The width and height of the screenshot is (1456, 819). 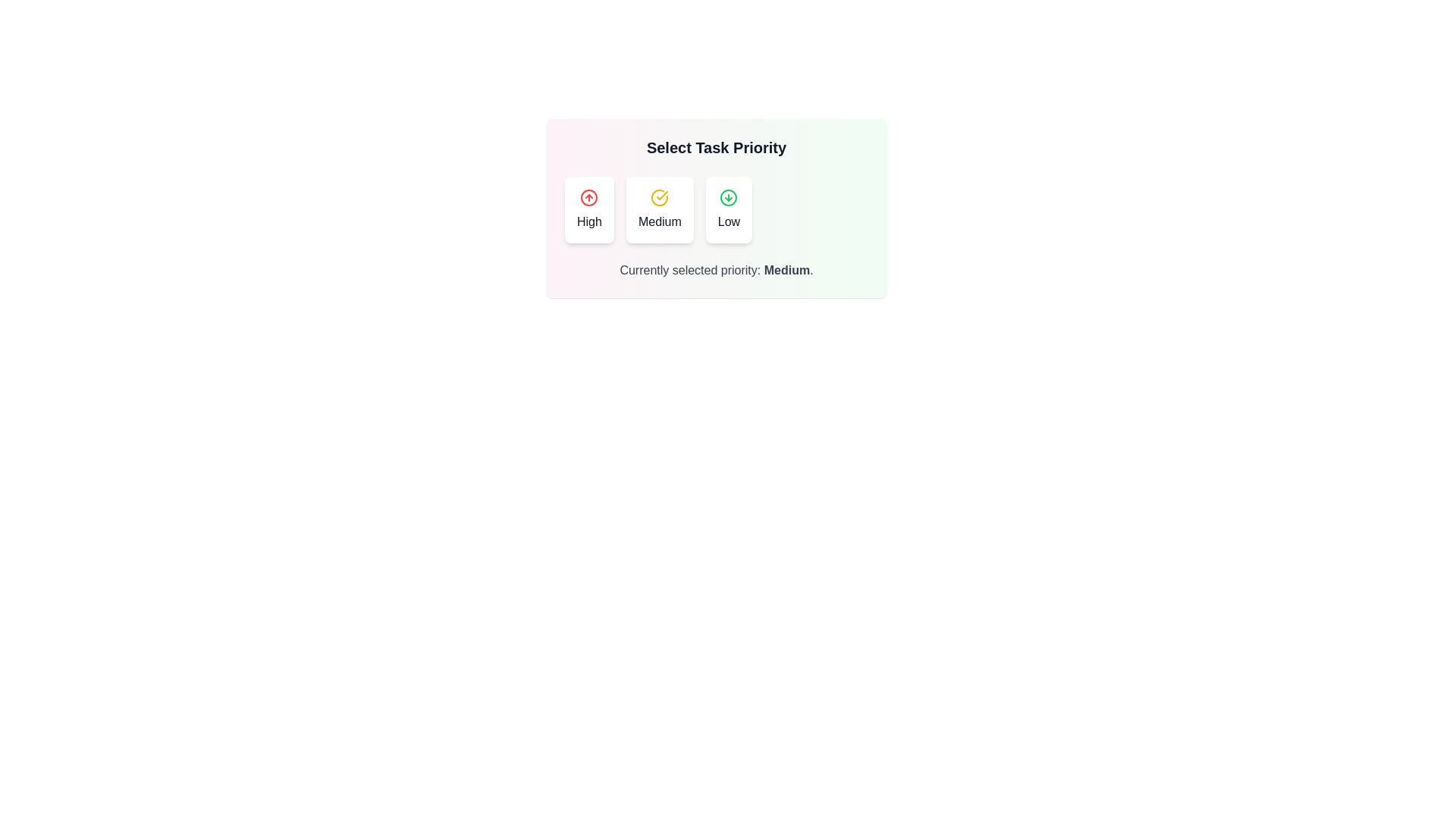 I want to click on the priority option labeled Low to observe its hover effect, so click(x=729, y=210).